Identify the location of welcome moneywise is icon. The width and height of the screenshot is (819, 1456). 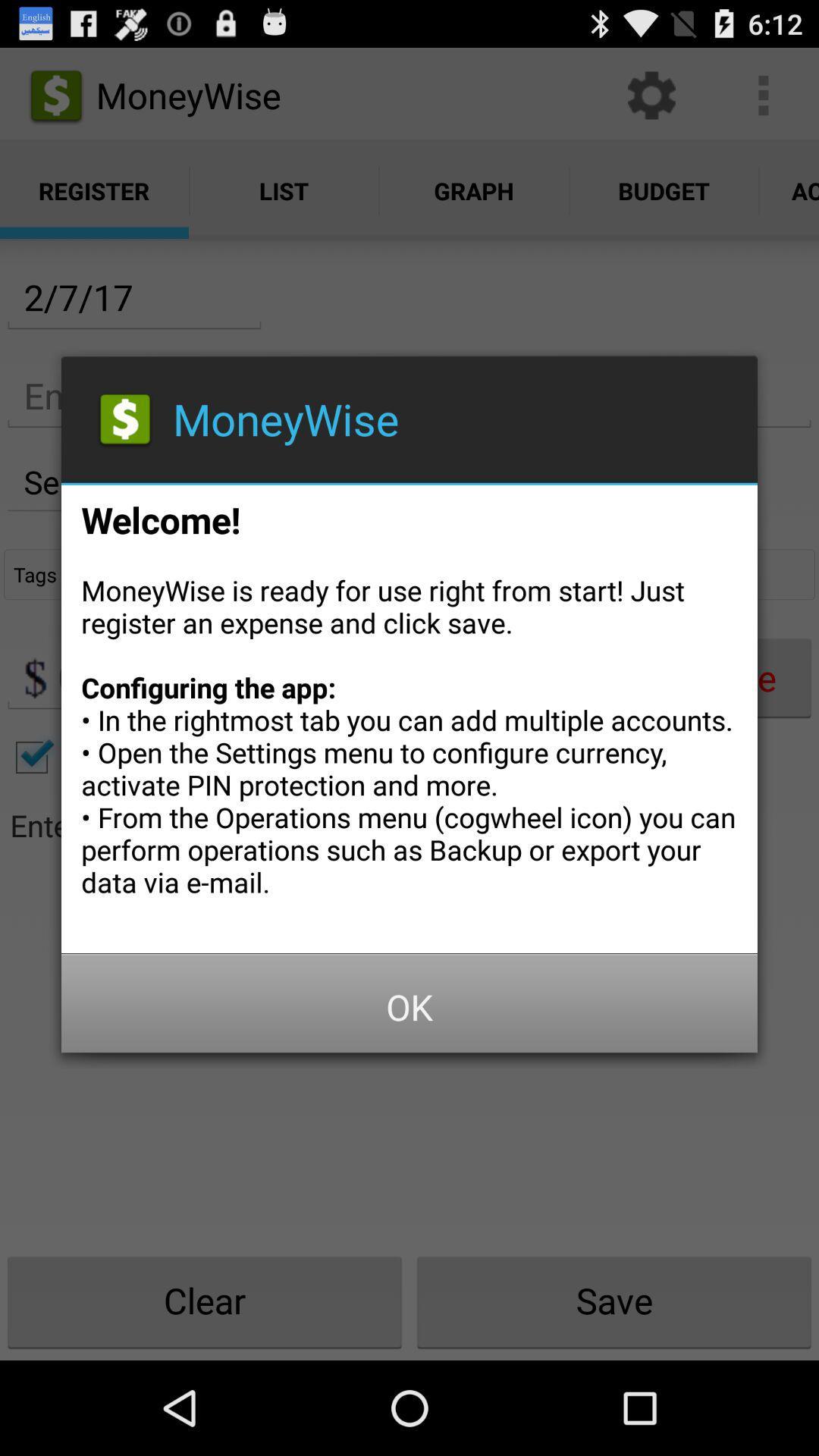
(409, 713).